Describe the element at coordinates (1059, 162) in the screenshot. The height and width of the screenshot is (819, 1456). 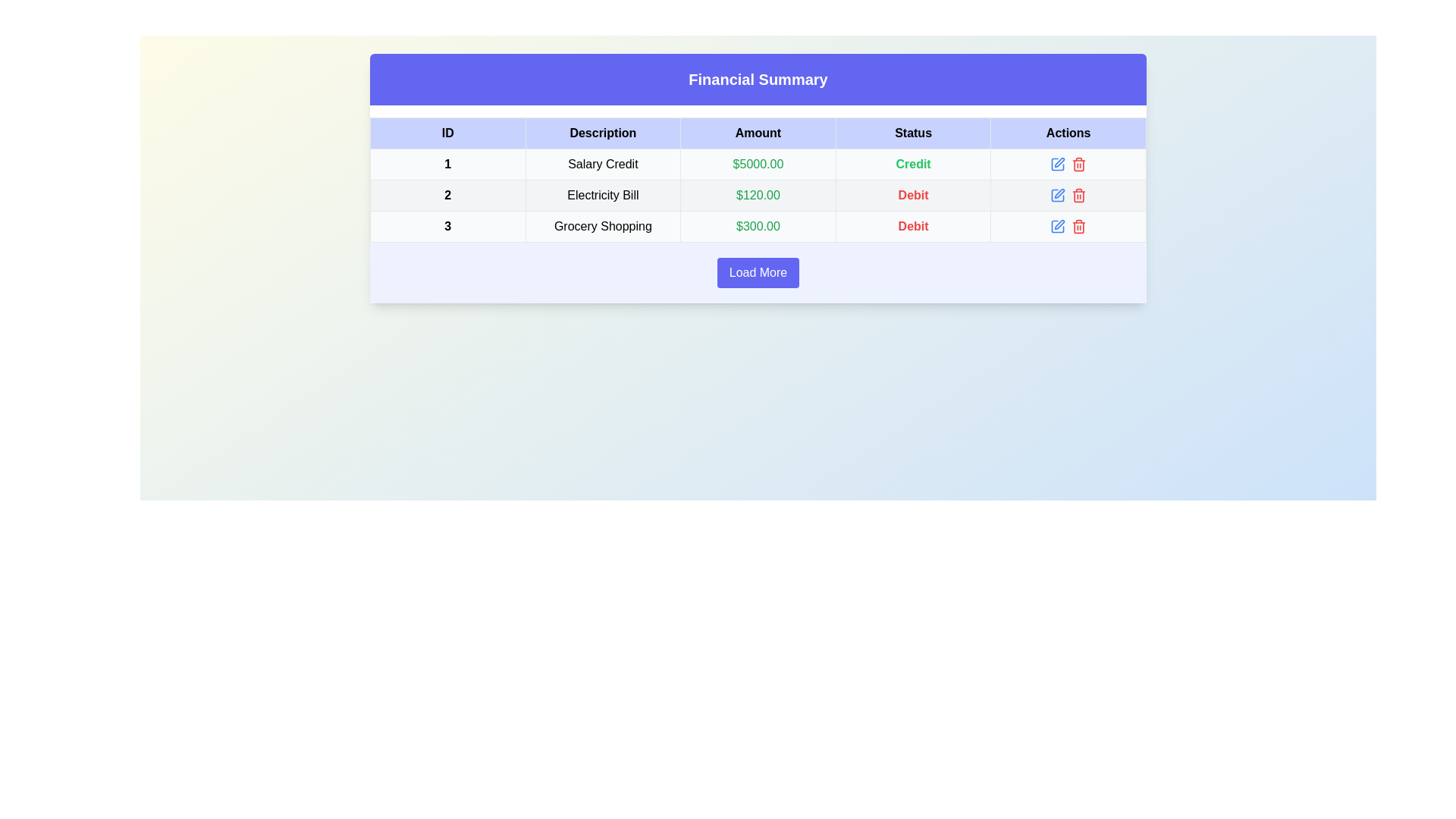
I see `the pen icon in the Actions column to initiate editing the associated Salary Credit entry` at that location.